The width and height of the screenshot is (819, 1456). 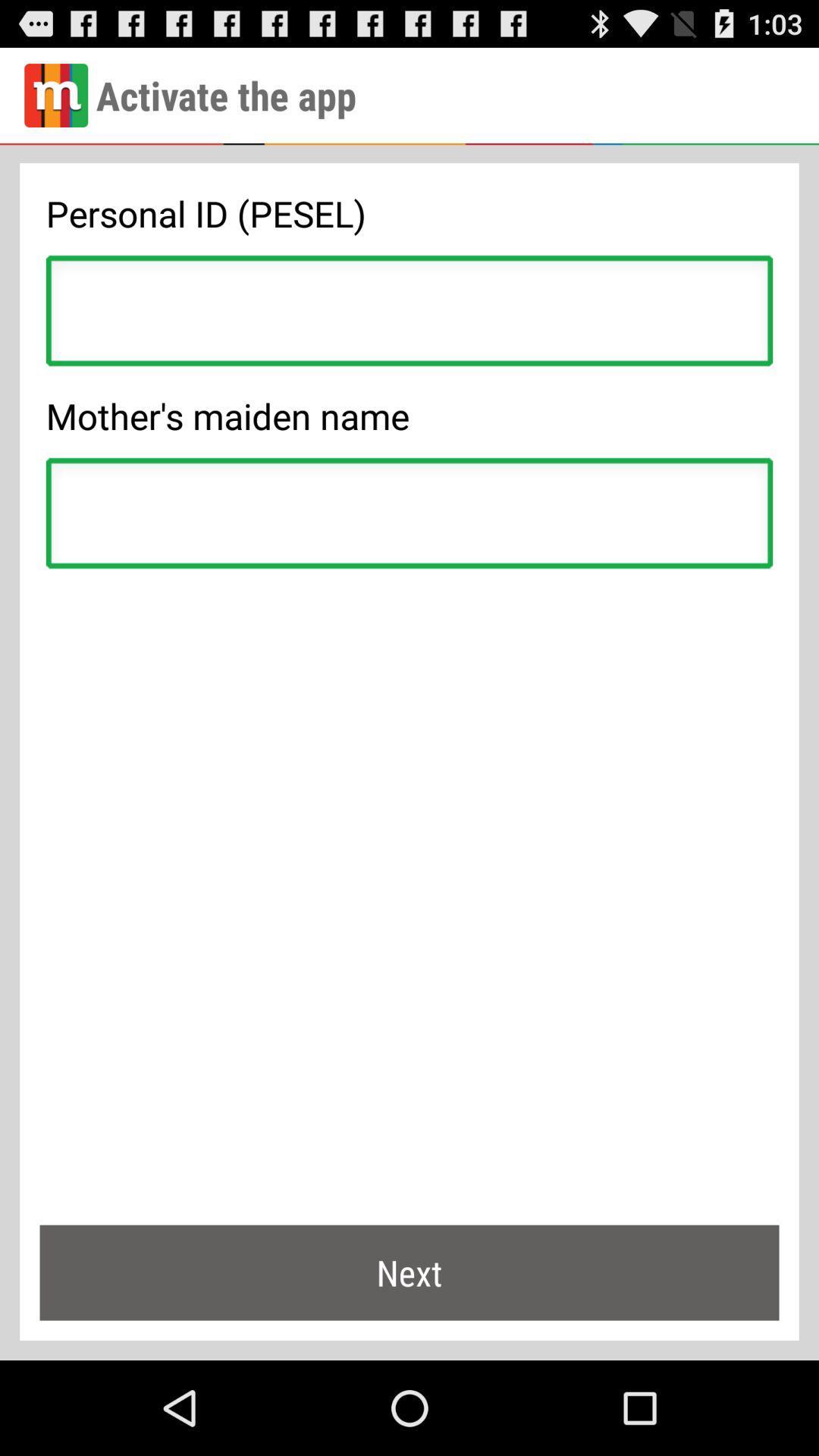 What do you see at coordinates (409, 1272) in the screenshot?
I see `next at the bottom` at bounding box center [409, 1272].